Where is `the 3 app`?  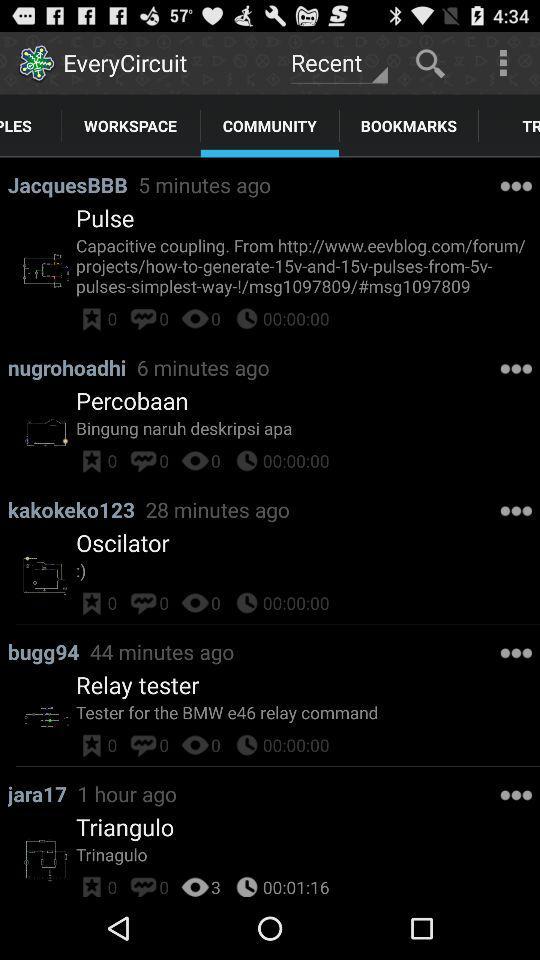 the 3 app is located at coordinates (215, 883).